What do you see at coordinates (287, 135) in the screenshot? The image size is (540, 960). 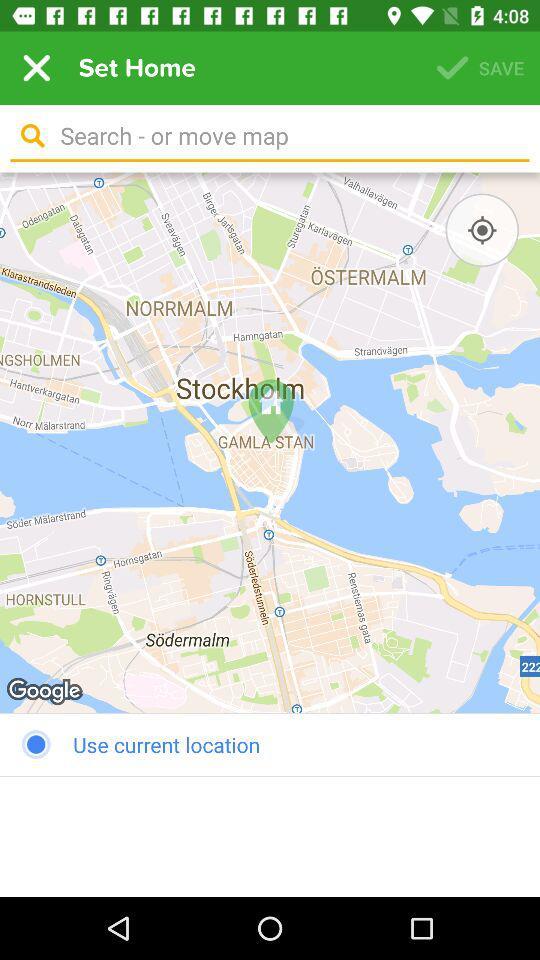 I see `search` at bounding box center [287, 135].